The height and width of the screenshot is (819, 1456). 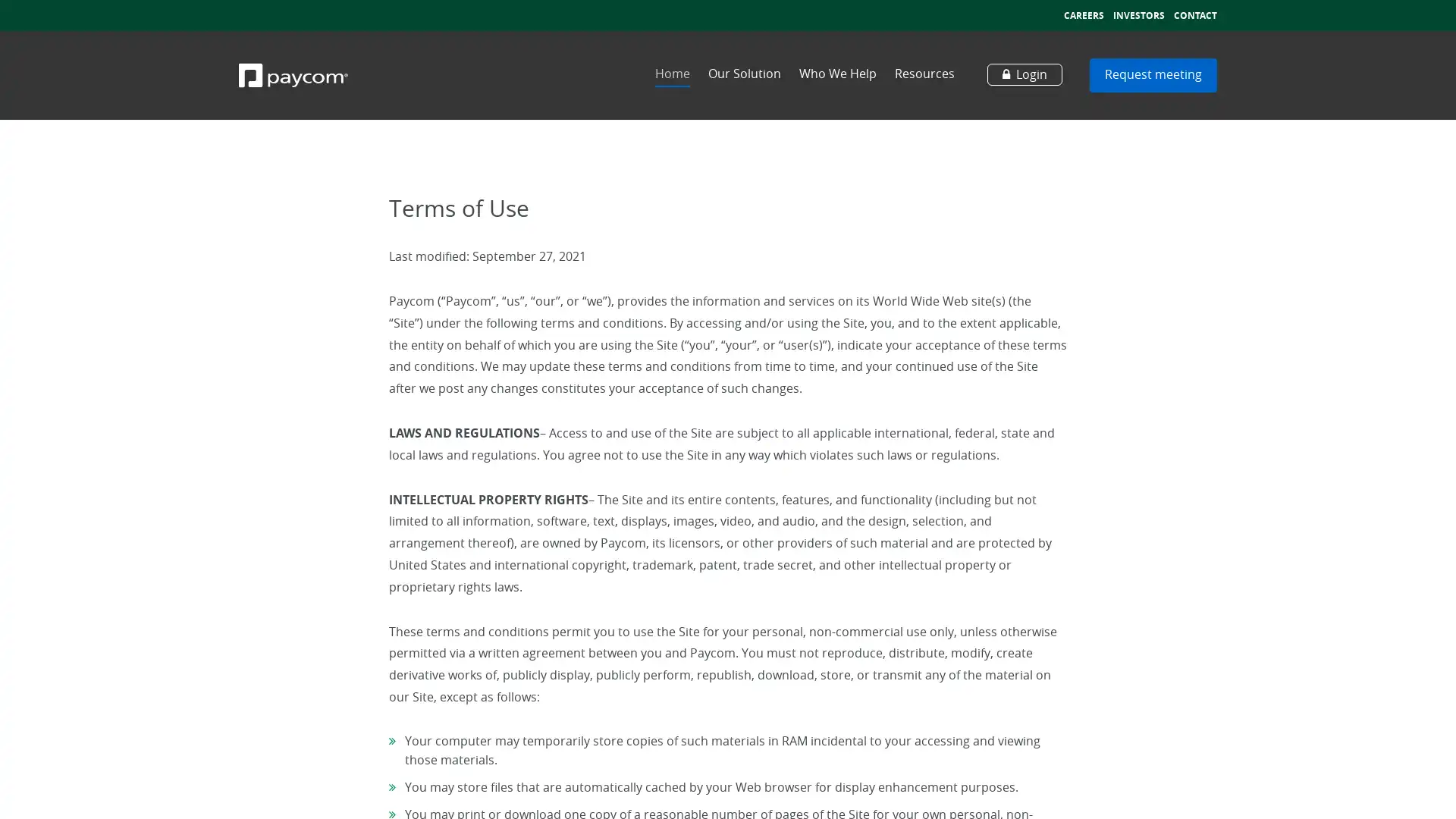 What do you see at coordinates (1376, 798) in the screenshot?
I see `Accept Cookies` at bounding box center [1376, 798].